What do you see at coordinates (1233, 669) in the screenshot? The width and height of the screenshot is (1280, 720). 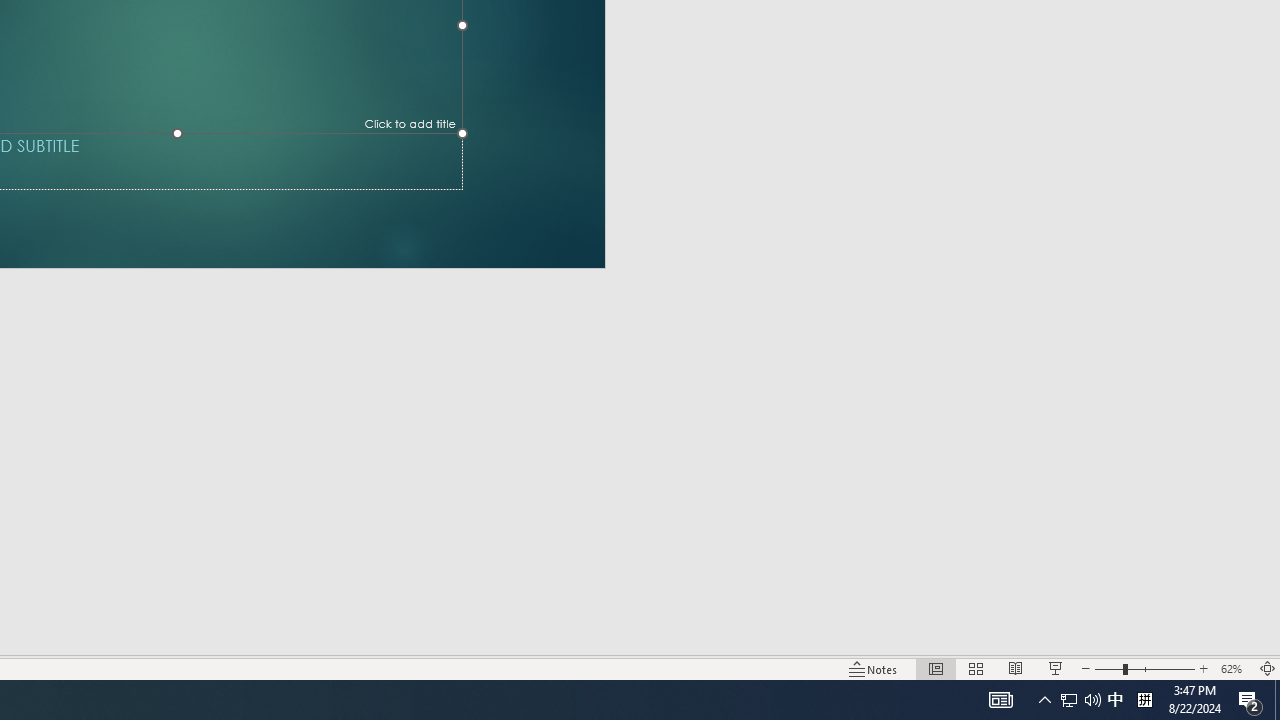 I see `'Zoom 62%'` at bounding box center [1233, 669].